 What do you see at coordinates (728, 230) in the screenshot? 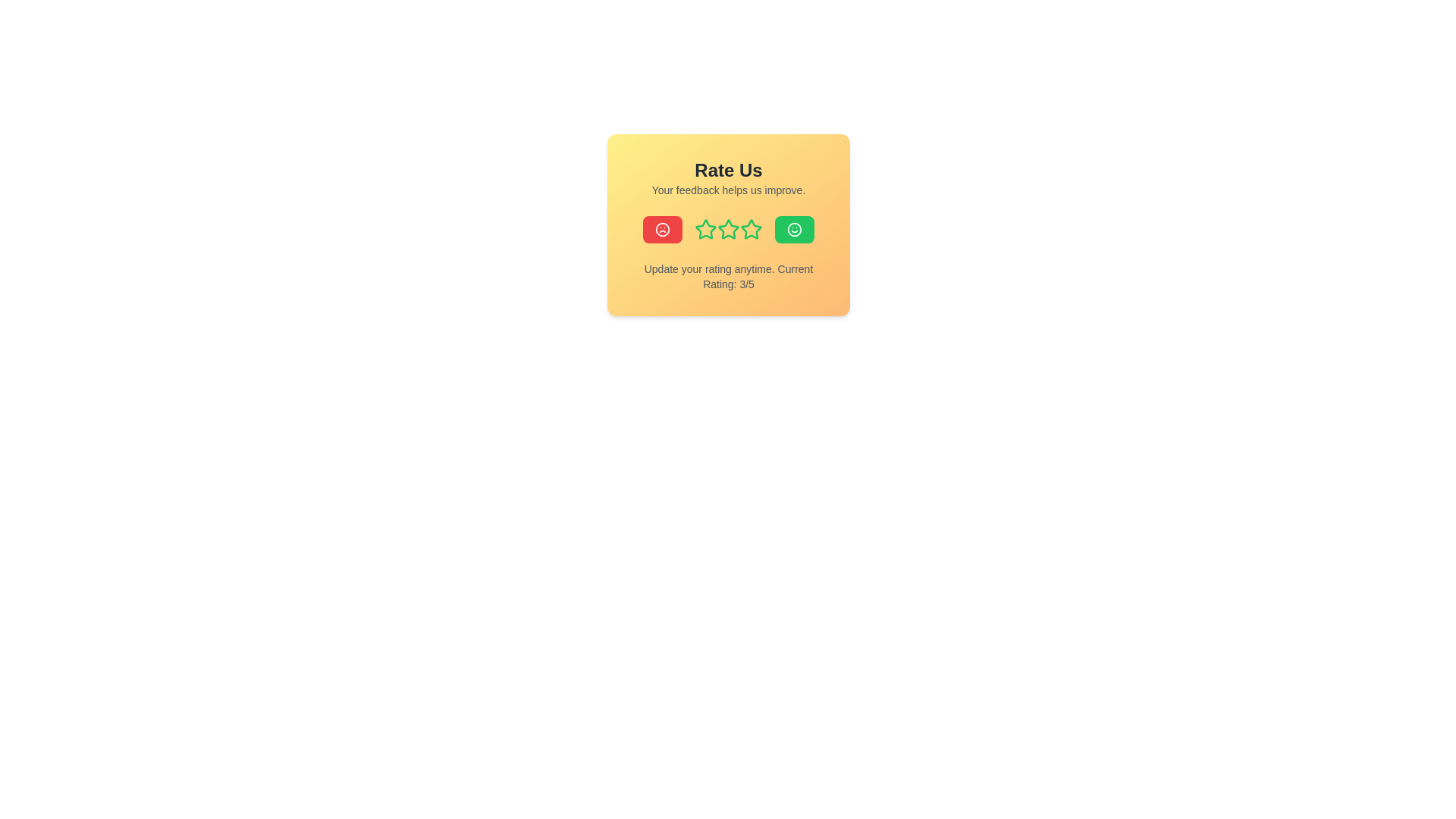
I see `the second star icon in the rating interface` at bounding box center [728, 230].